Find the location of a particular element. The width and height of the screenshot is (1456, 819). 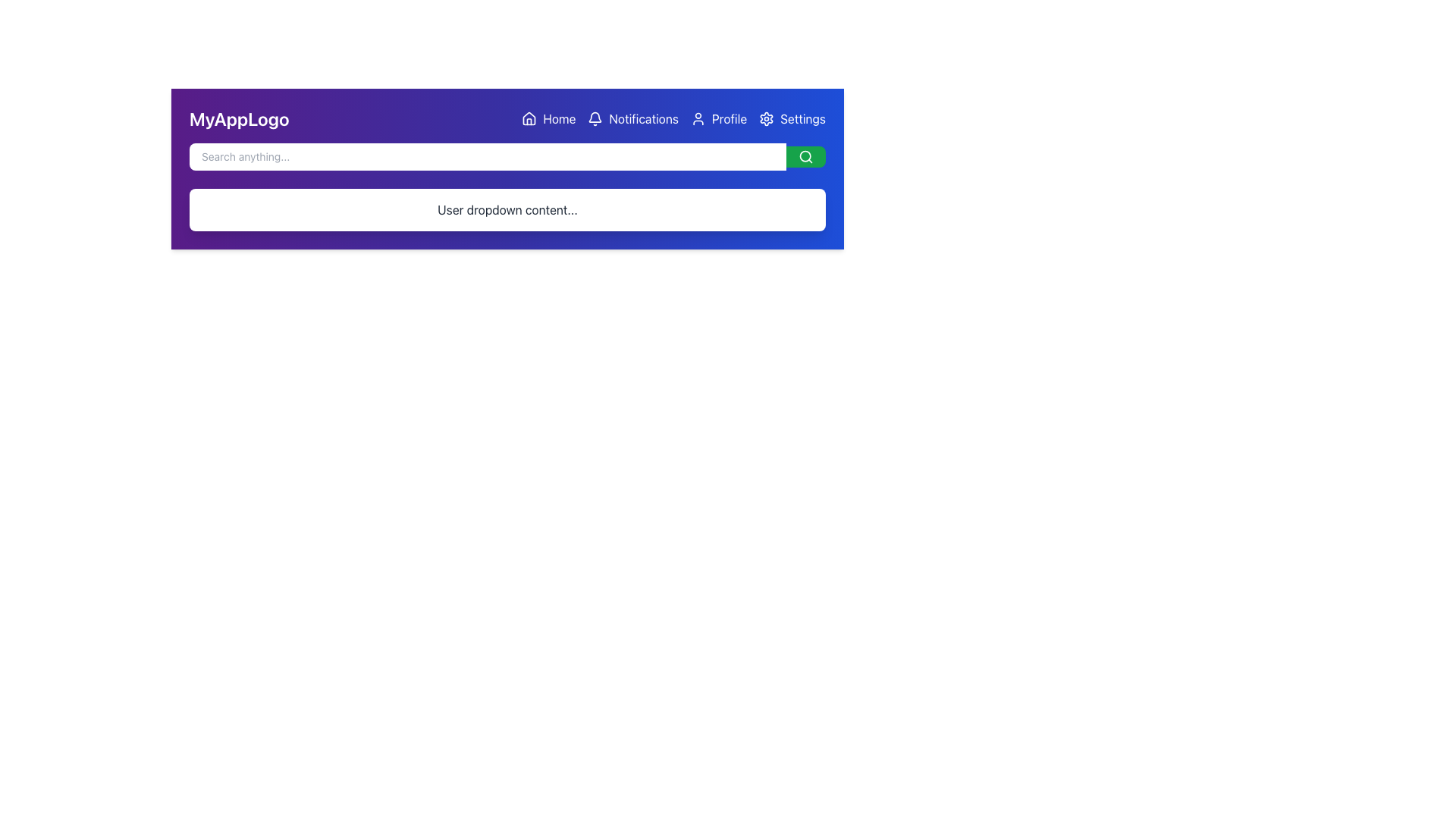

the search icon located at the far right of the green button to initiate a search based on the input provided in the adjacent search bar is located at coordinates (805, 157).